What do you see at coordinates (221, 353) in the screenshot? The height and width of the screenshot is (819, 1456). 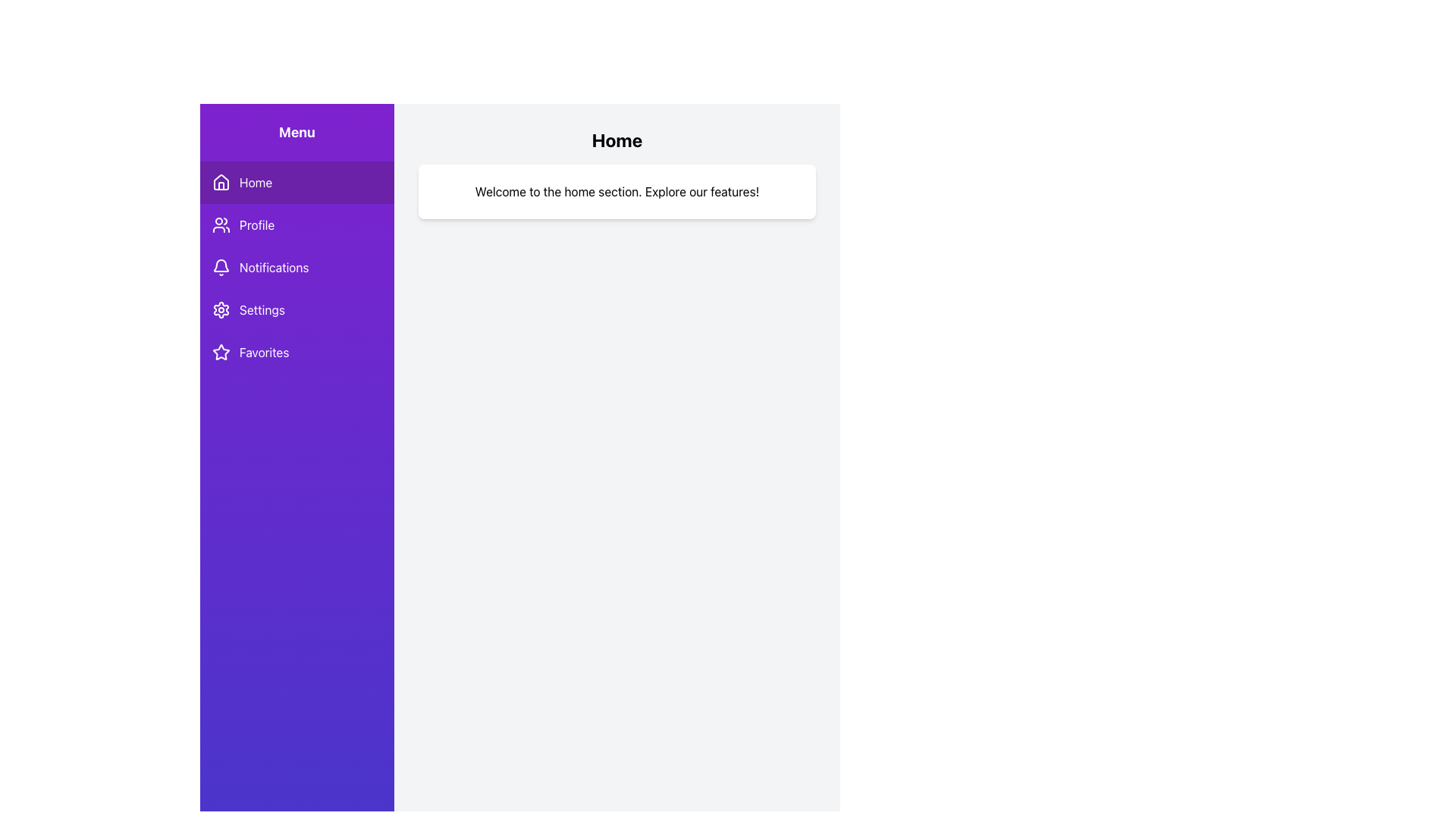 I see `the star-shaped icon with a purple background and white lines, located adjacent to the 'Favorites' text in the sidebar menu` at bounding box center [221, 353].